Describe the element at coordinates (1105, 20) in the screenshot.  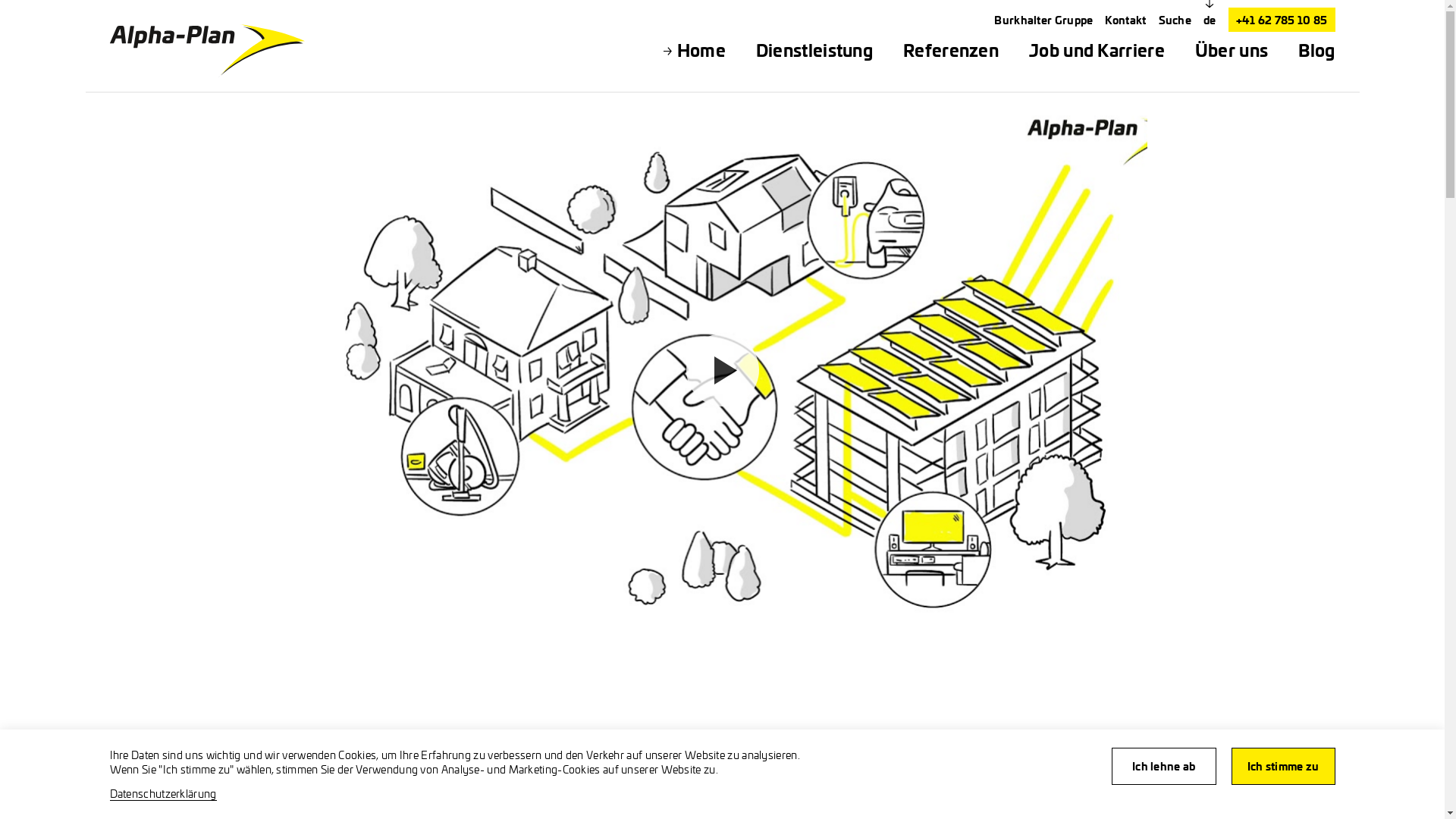
I see `'Kontakt'` at that location.